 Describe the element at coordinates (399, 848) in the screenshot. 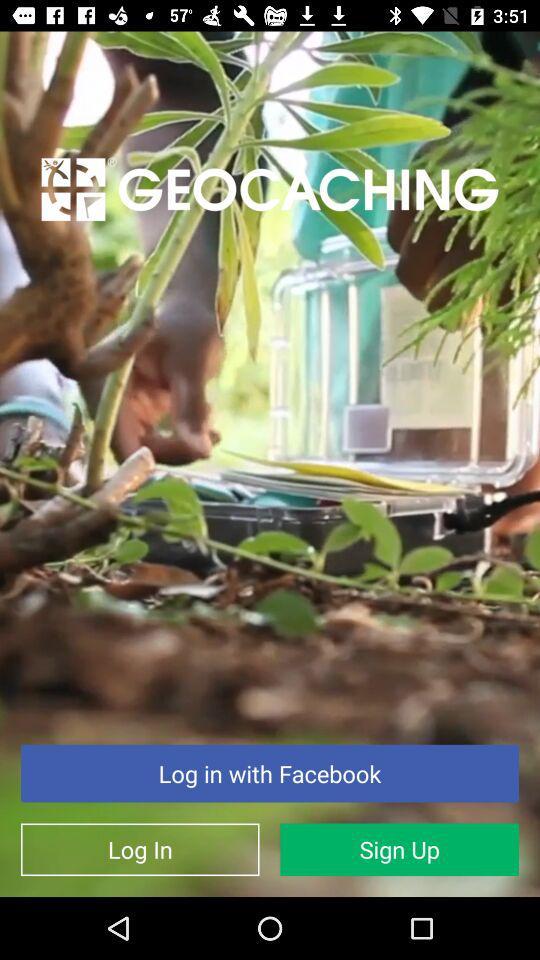

I see `the sign up at the bottom right corner` at that location.